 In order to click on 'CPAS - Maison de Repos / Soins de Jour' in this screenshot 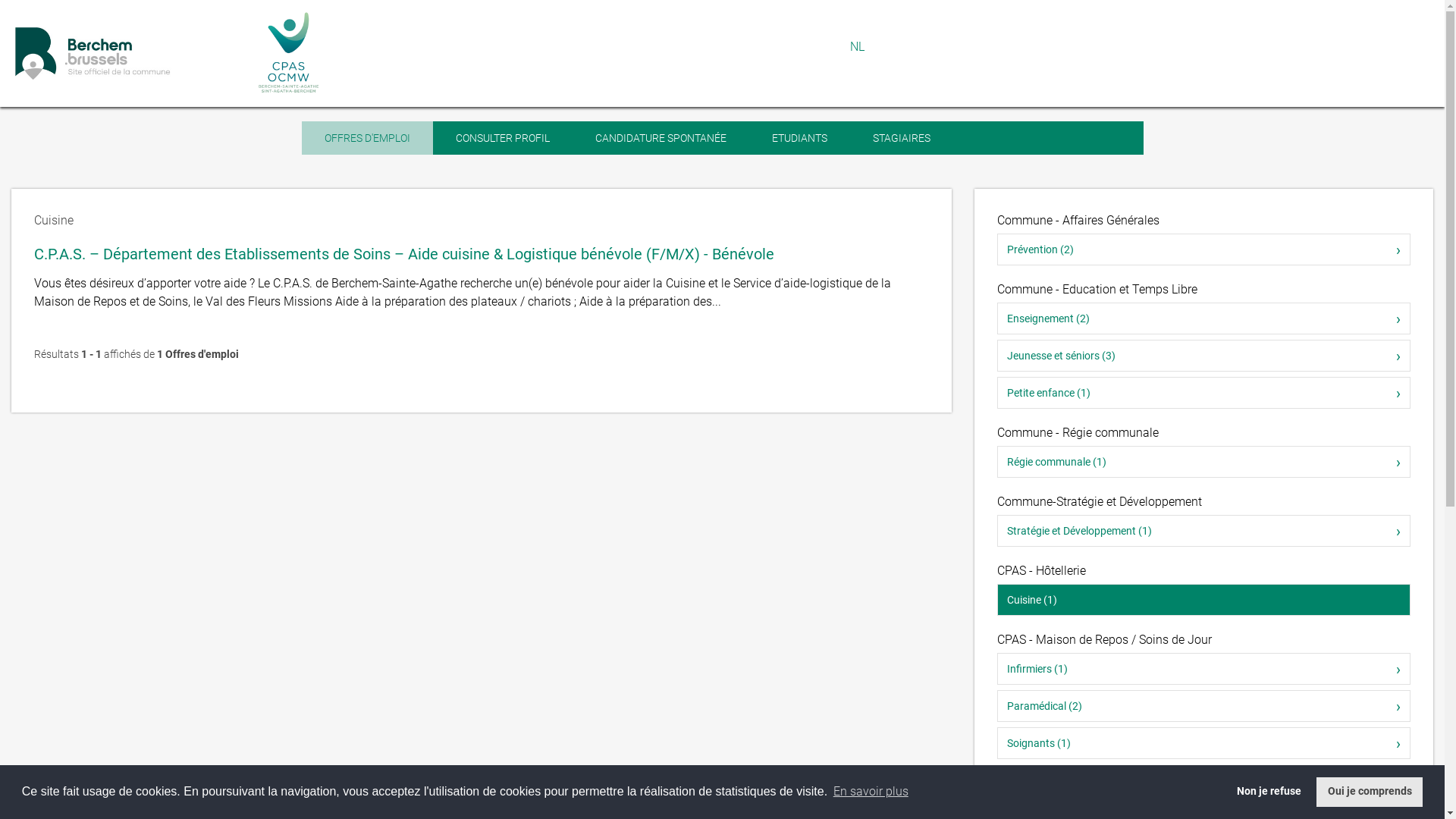, I will do `click(1104, 639)`.